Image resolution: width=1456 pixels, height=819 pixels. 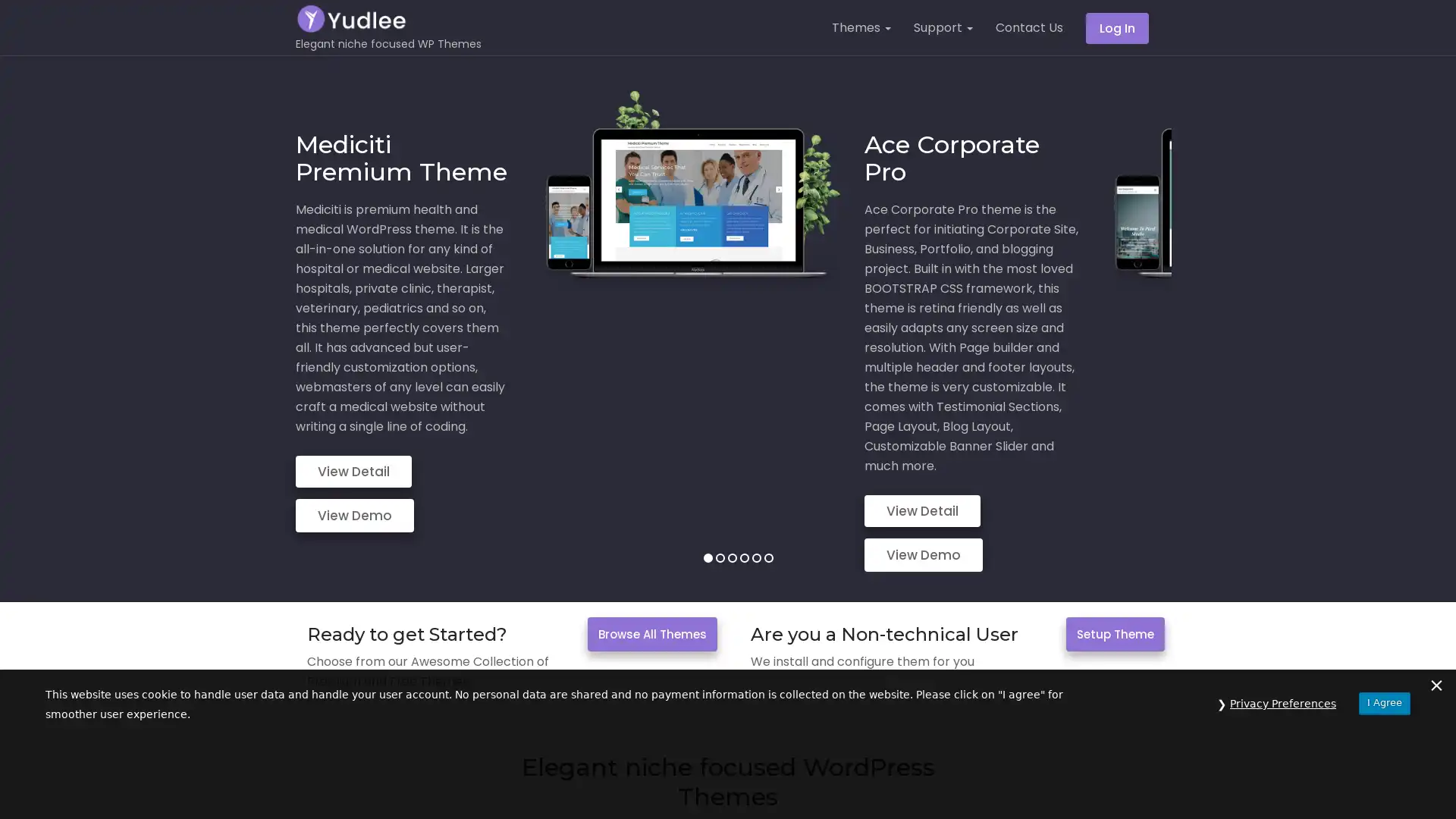 I want to click on 3, so click(x=731, y=451).